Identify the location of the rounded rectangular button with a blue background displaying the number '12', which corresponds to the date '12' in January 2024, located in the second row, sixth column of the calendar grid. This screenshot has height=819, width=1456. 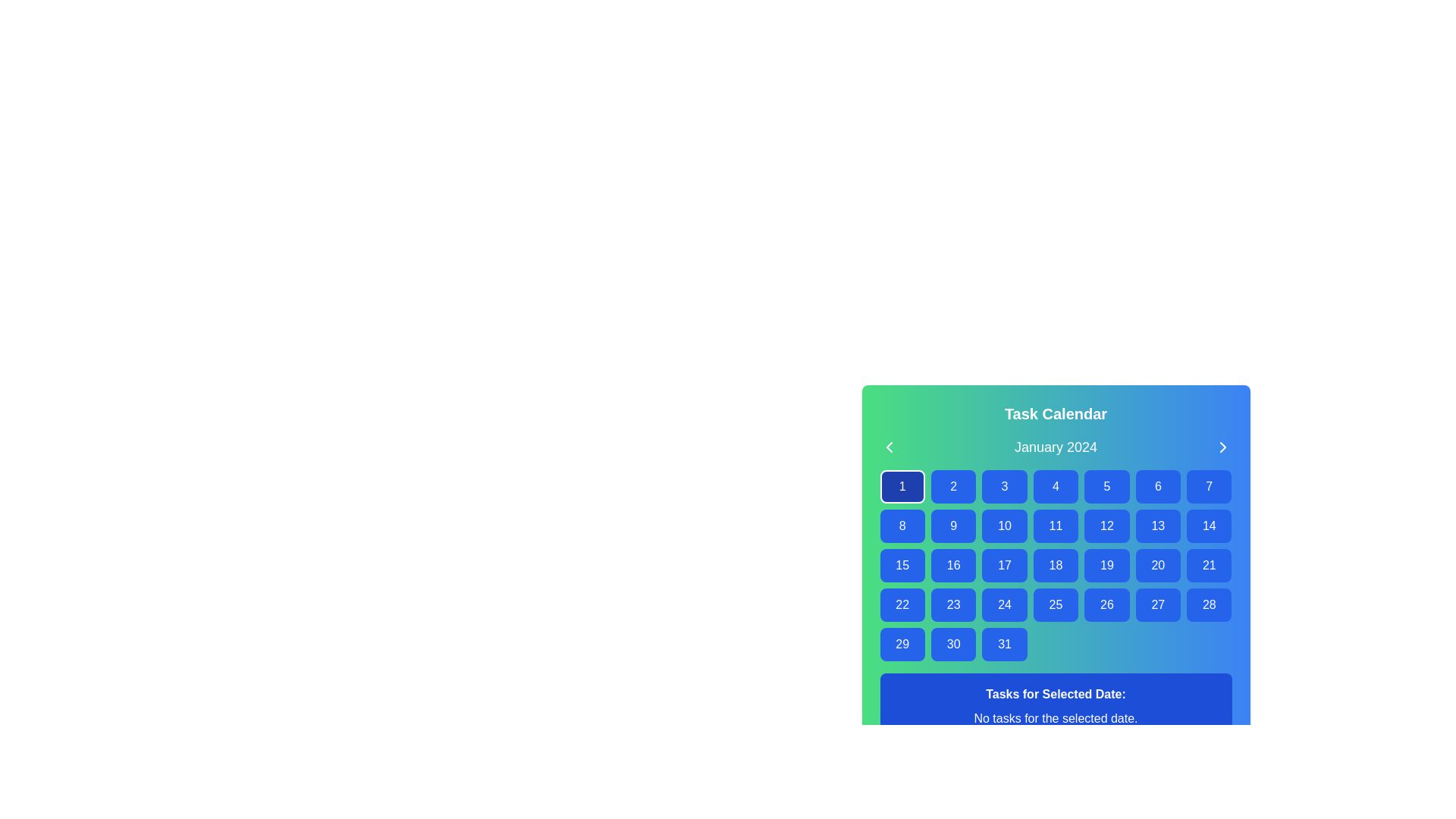
(1106, 526).